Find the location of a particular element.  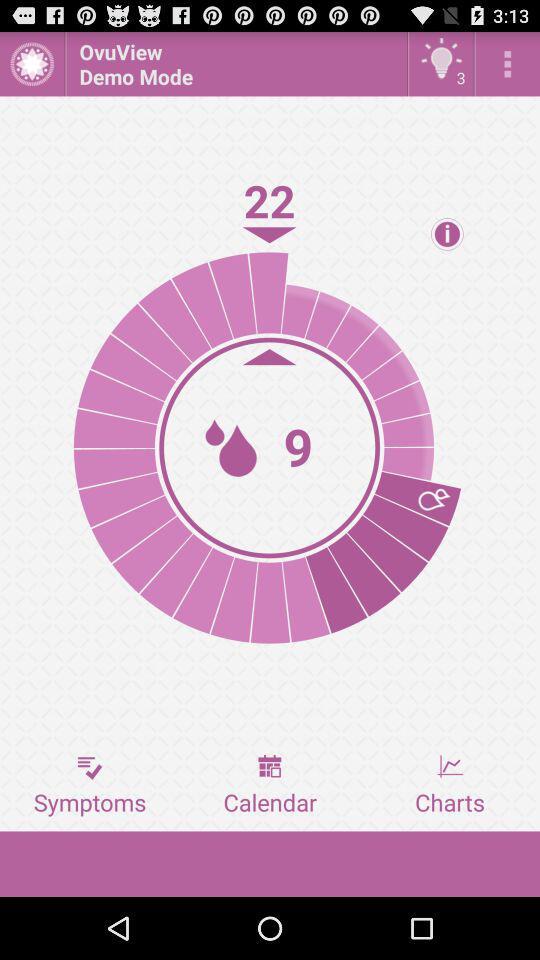

icon below symptoms is located at coordinates (270, 863).